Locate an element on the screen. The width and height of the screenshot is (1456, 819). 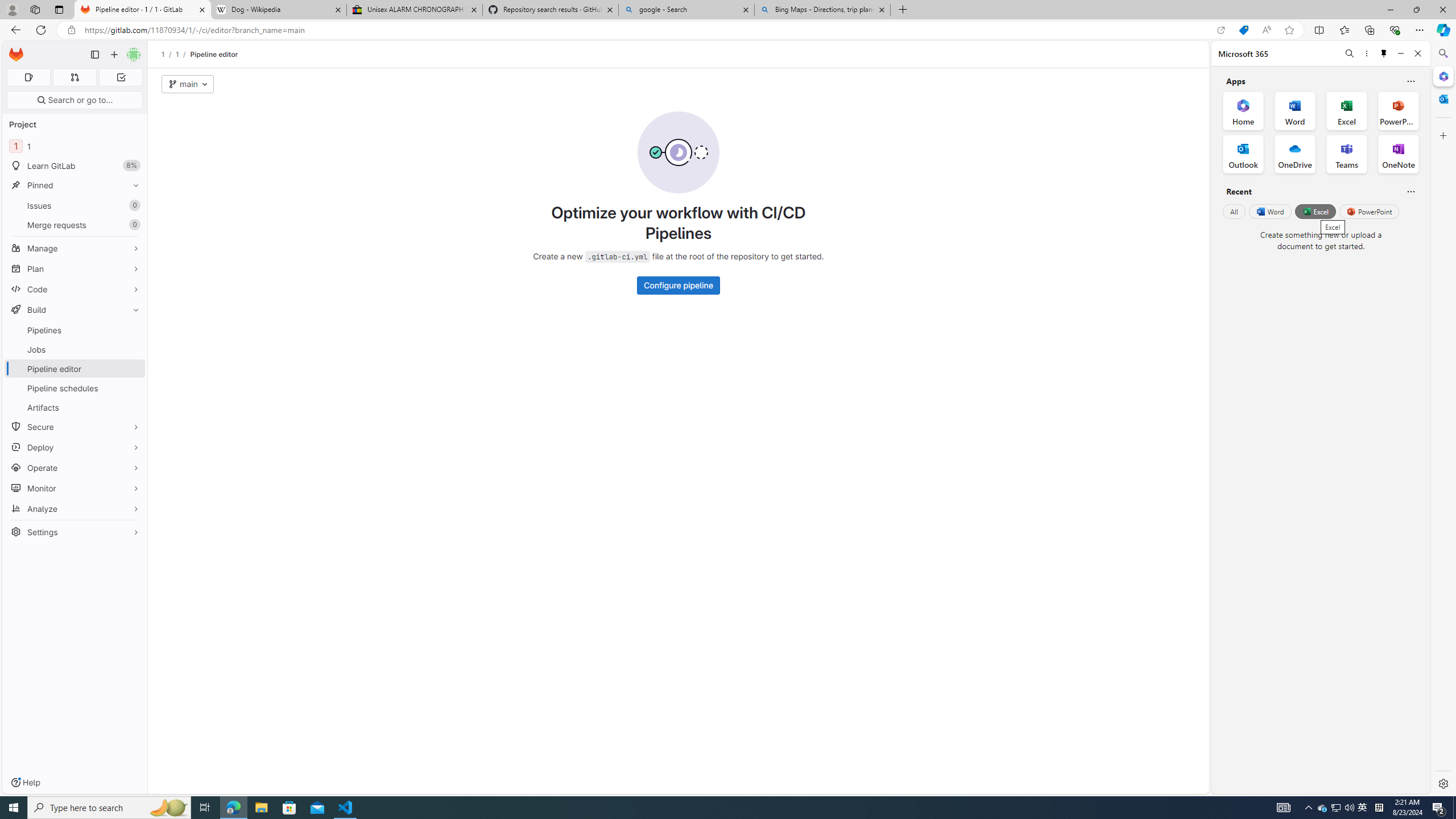
'Pin Jobs' is located at coordinates (133, 349).